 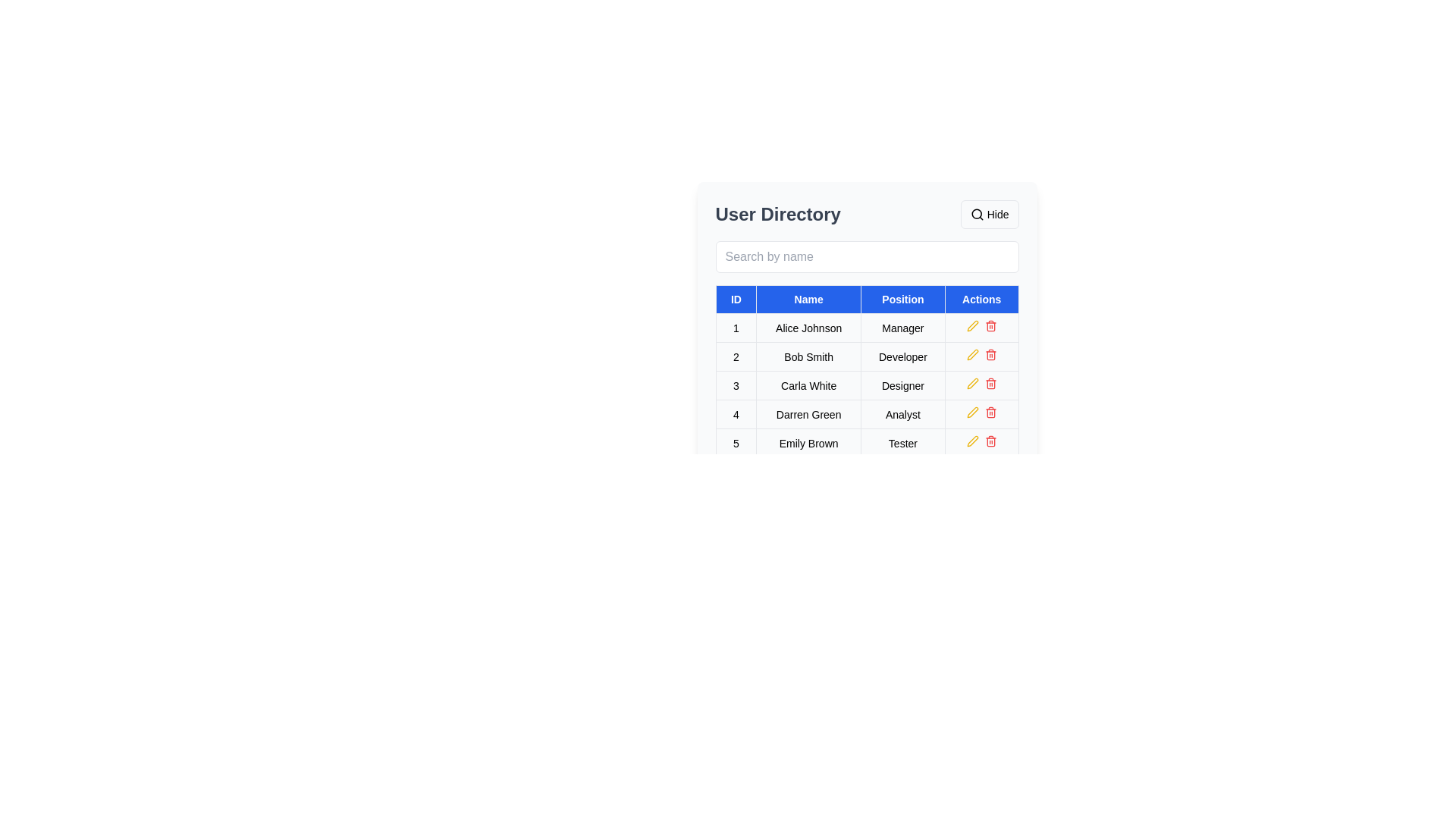 I want to click on the Label or data cell in the table that contains the text 'Tester', located in the fifth row under the 'Position' column, bordered and distinct from surrounding elements, so click(x=902, y=443).